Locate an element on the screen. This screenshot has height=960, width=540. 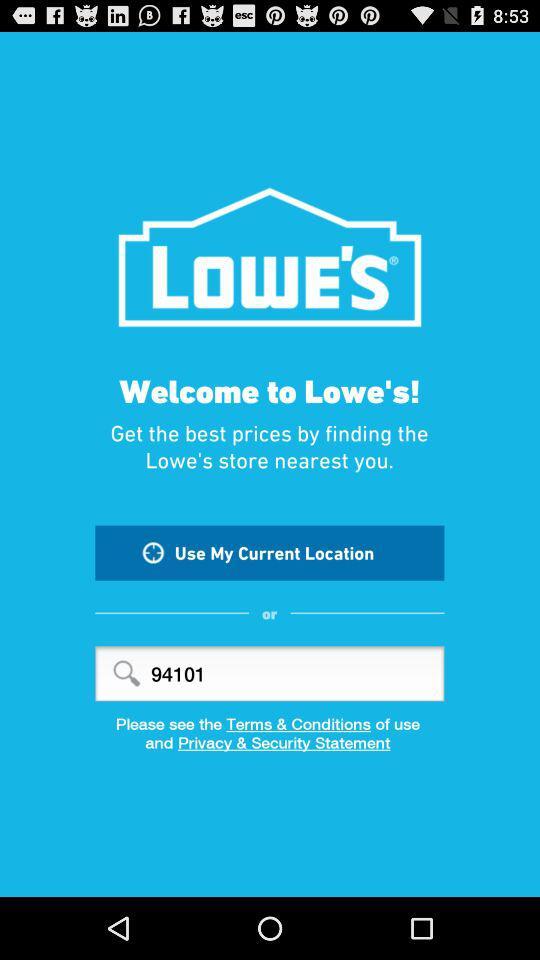
please see the item is located at coordinates (270, 722).